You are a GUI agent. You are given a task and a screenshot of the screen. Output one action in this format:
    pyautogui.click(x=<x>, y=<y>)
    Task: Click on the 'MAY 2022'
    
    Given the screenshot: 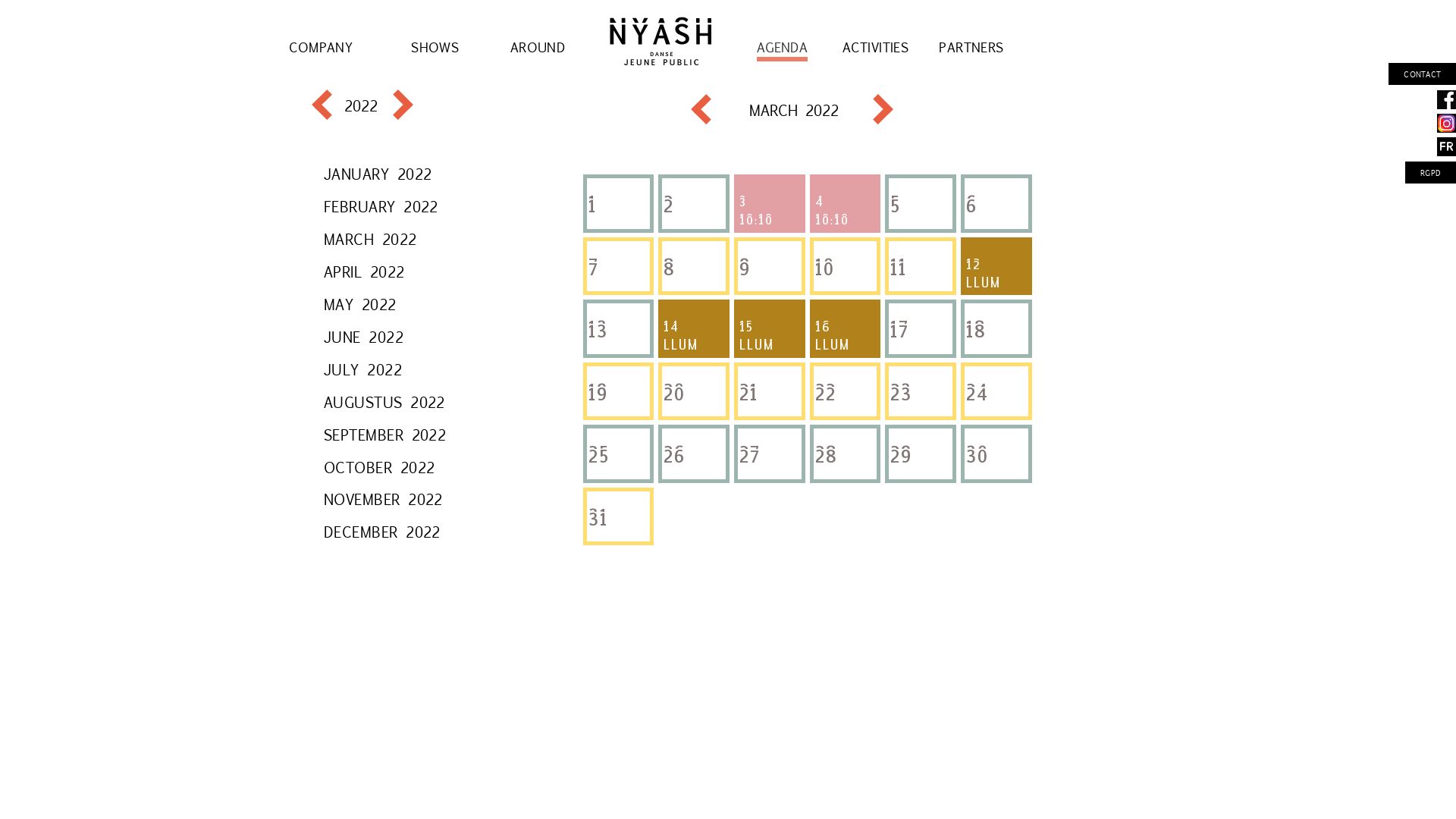 What is the action you would take?
    pyautogui.click(x=359, y=303)
    